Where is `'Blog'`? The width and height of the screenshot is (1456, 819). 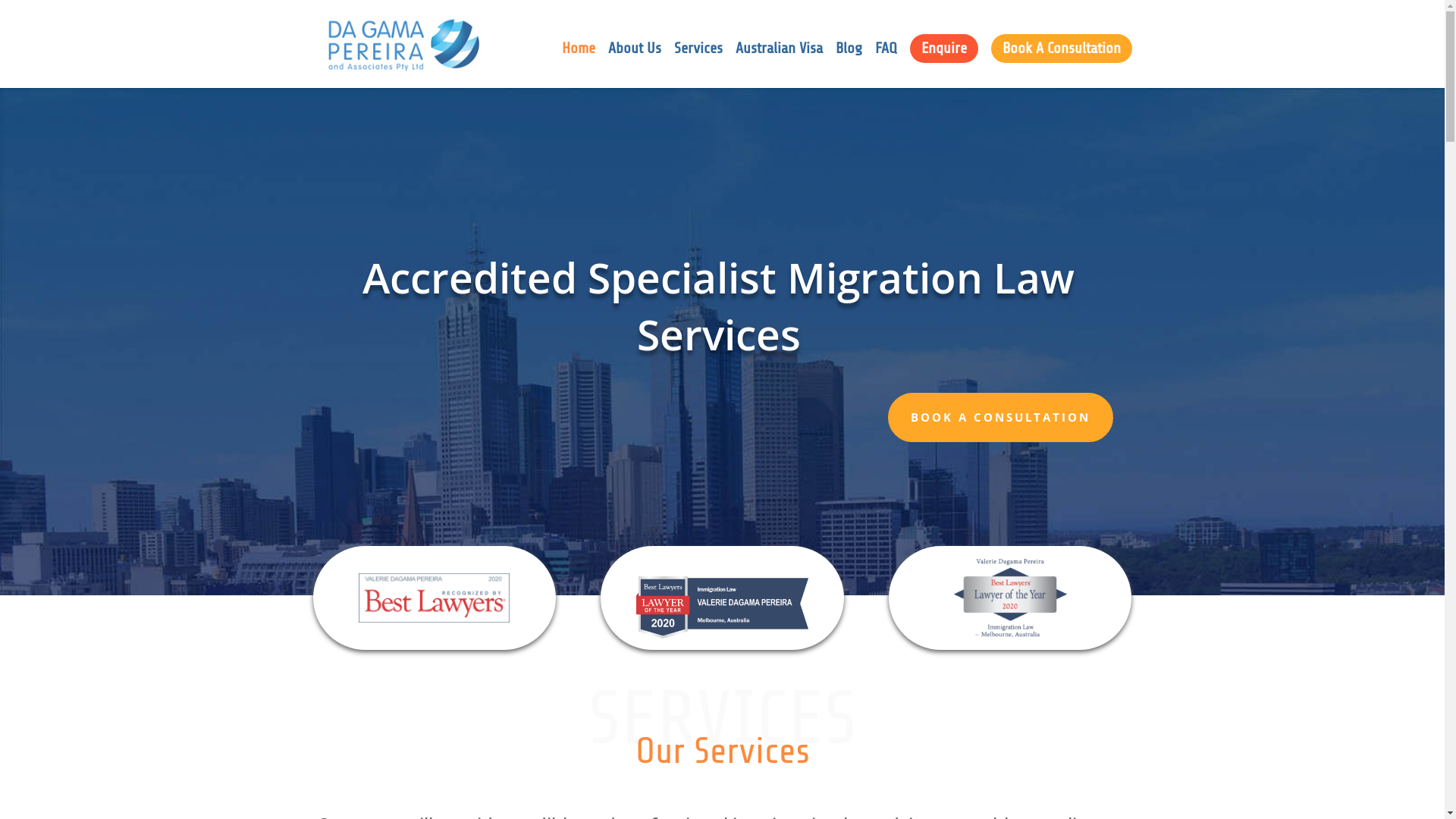 'Blog' is located at coordinates (848, 64).